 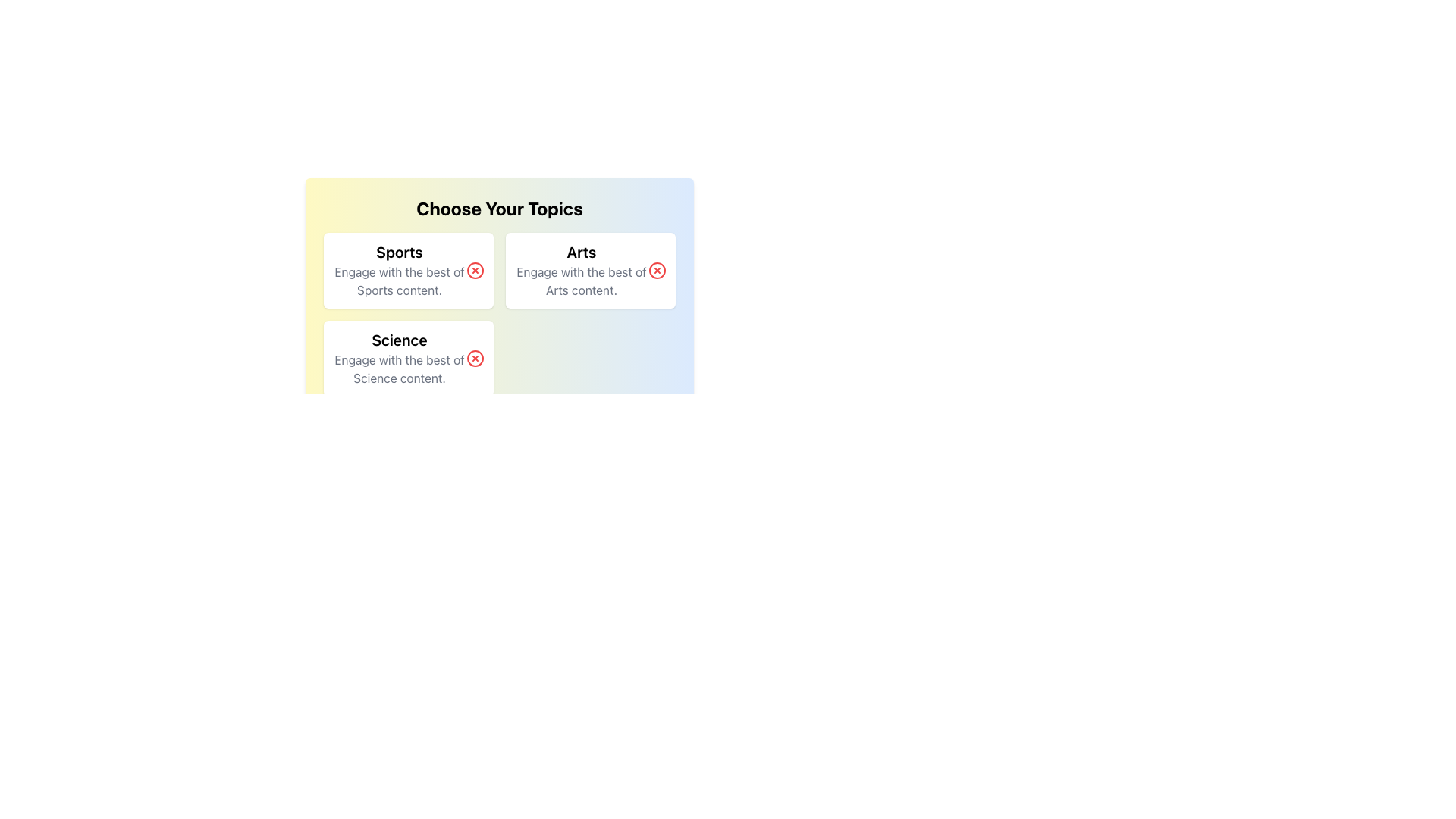 I want to click on the text label displaying 'Arts' which is styled with bold, black font and includes a smaller gray text below it, located in the center-right area of the interface, so click(x=581, y=270).